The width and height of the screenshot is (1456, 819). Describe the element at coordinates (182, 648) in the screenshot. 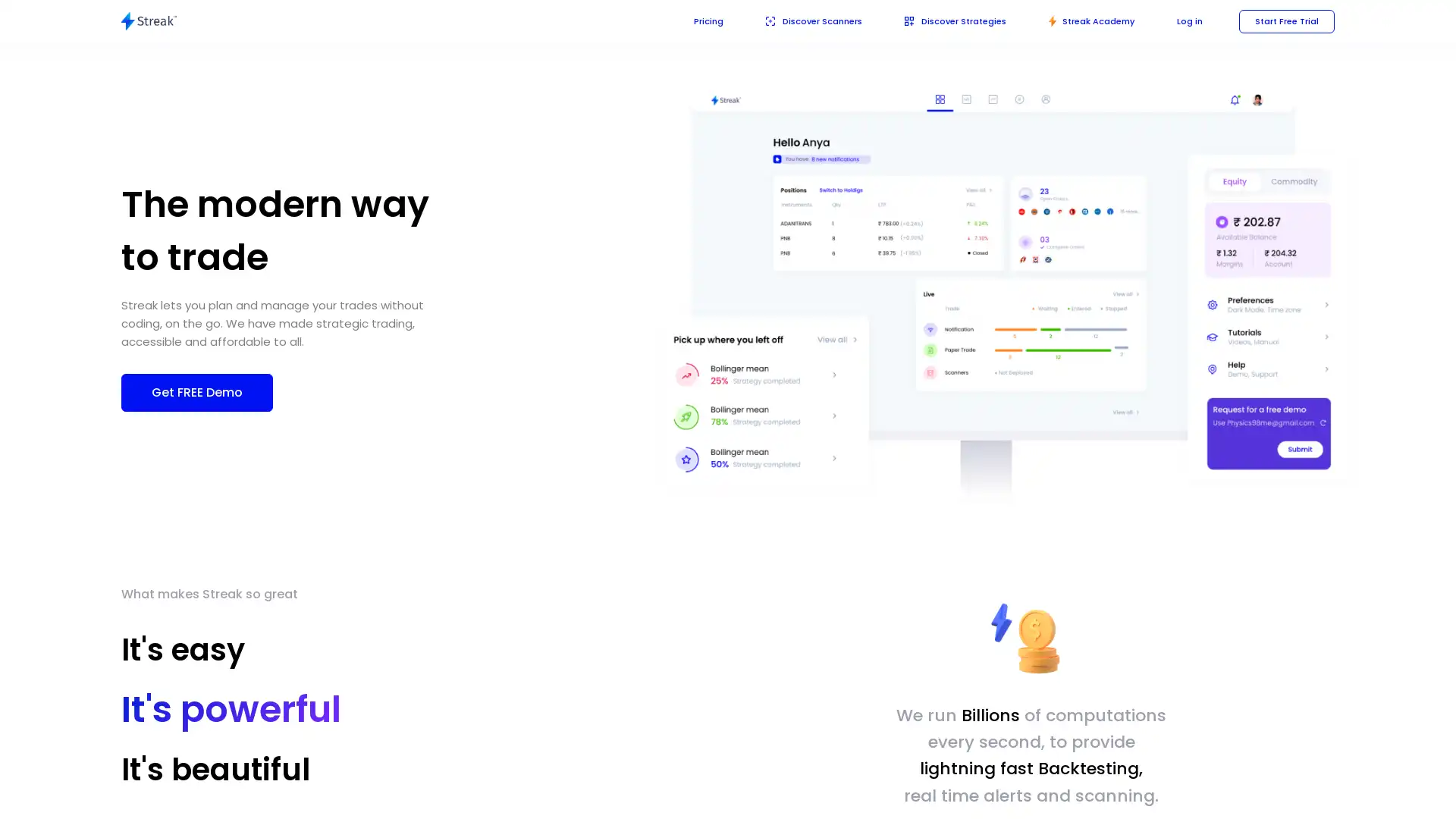

I see `It's easy` at that location.